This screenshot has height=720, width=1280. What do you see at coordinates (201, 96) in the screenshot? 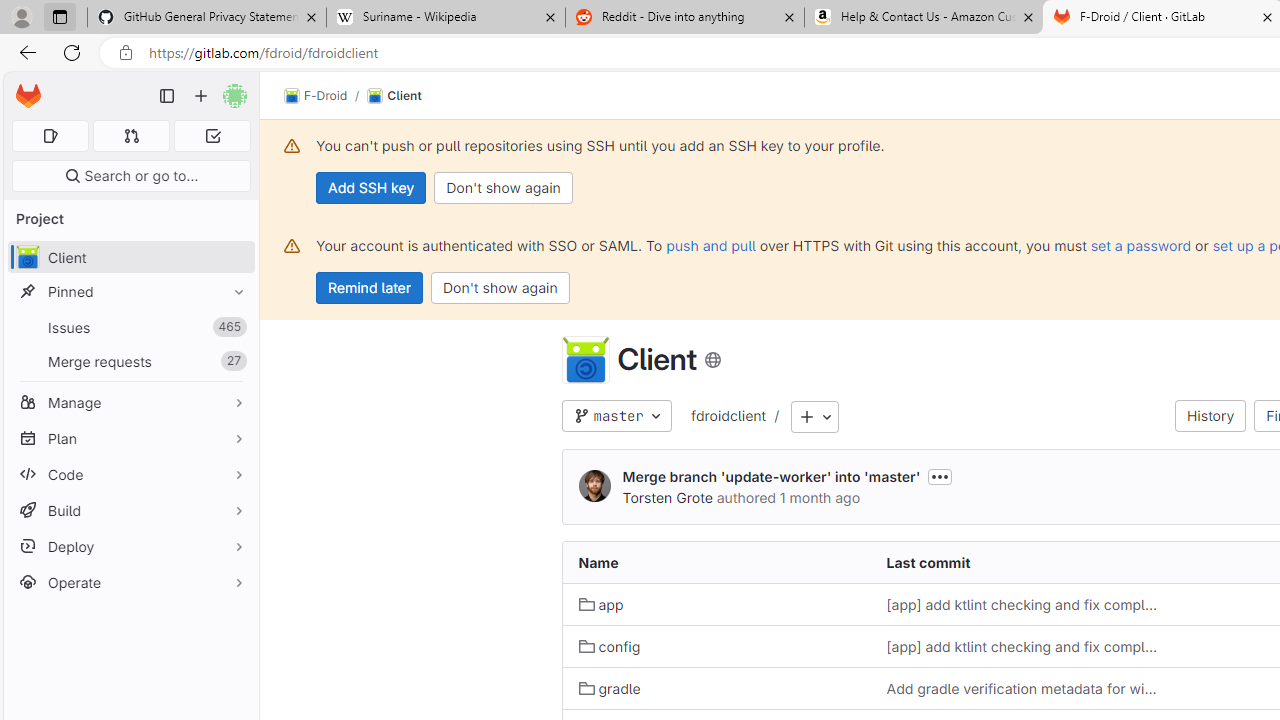
I see `'Create new...'` at bounding box center [201, 96].